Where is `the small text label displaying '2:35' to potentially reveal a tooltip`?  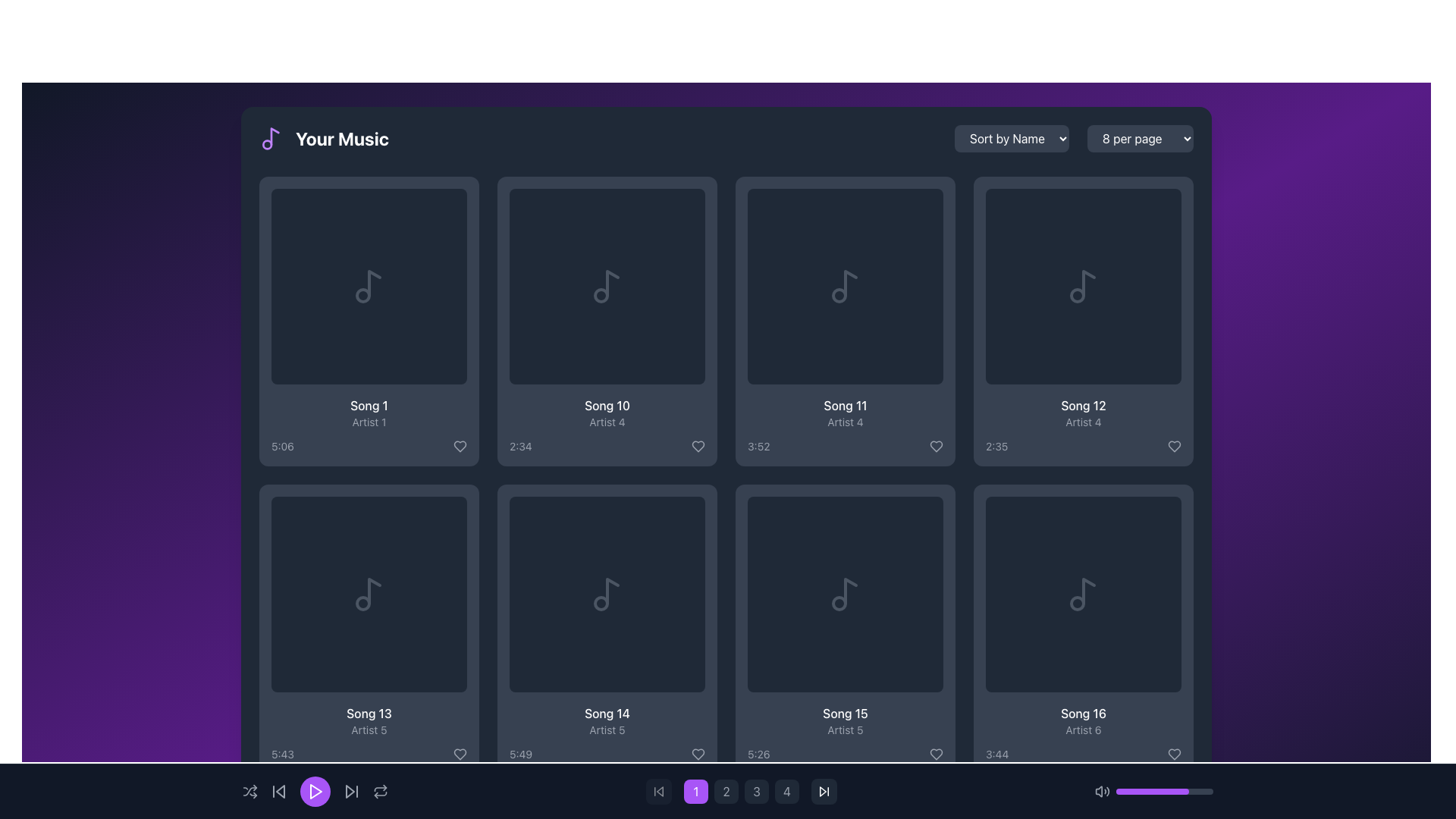 the small text label displaying '2:35' to potentially reveal a tooltip is located at coordinates (996, 446).